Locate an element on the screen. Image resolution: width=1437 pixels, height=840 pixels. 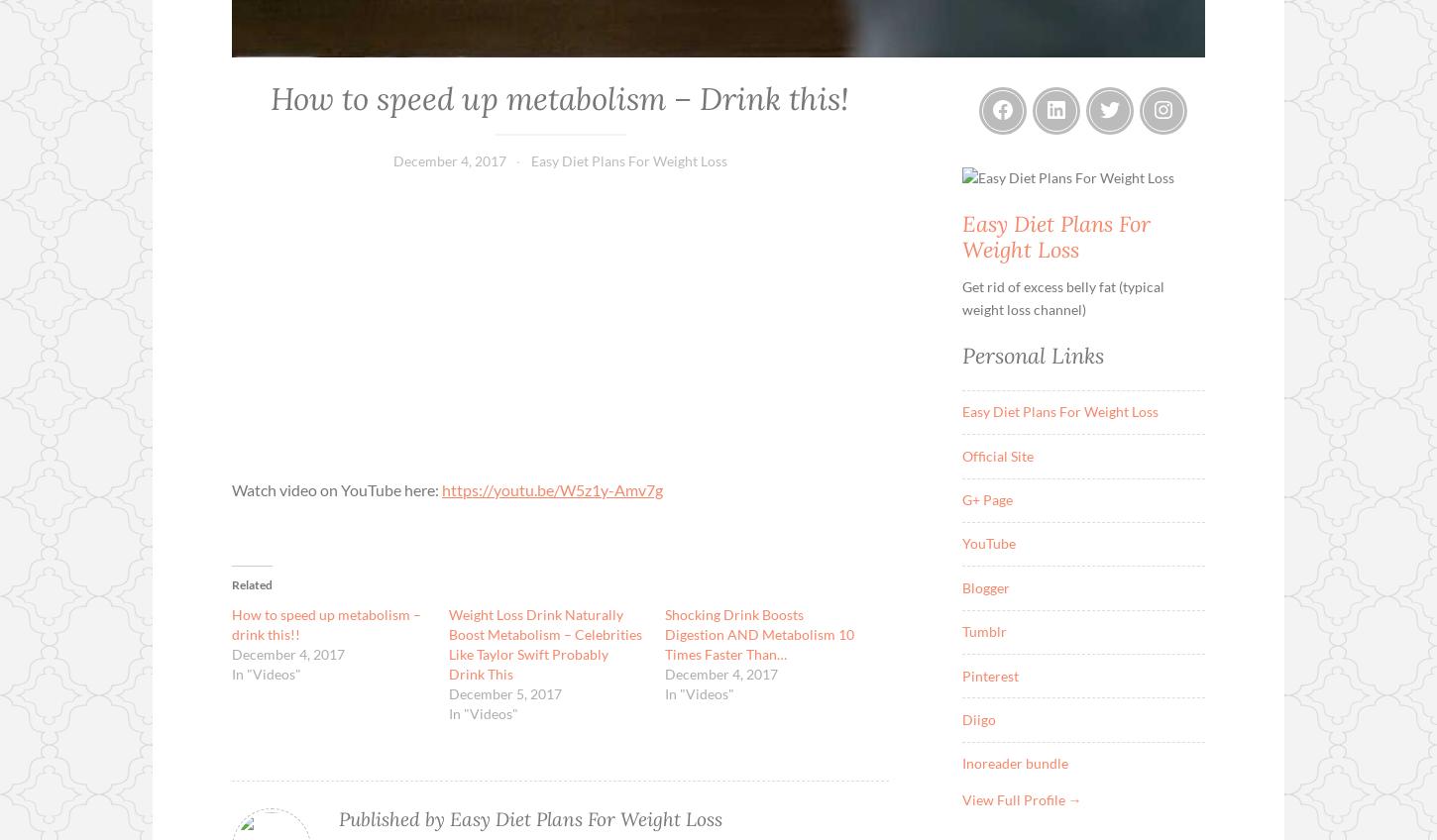
'Get rid of excess belly fat (typical weight loss channel)' is located at coordinates (1061, 297).